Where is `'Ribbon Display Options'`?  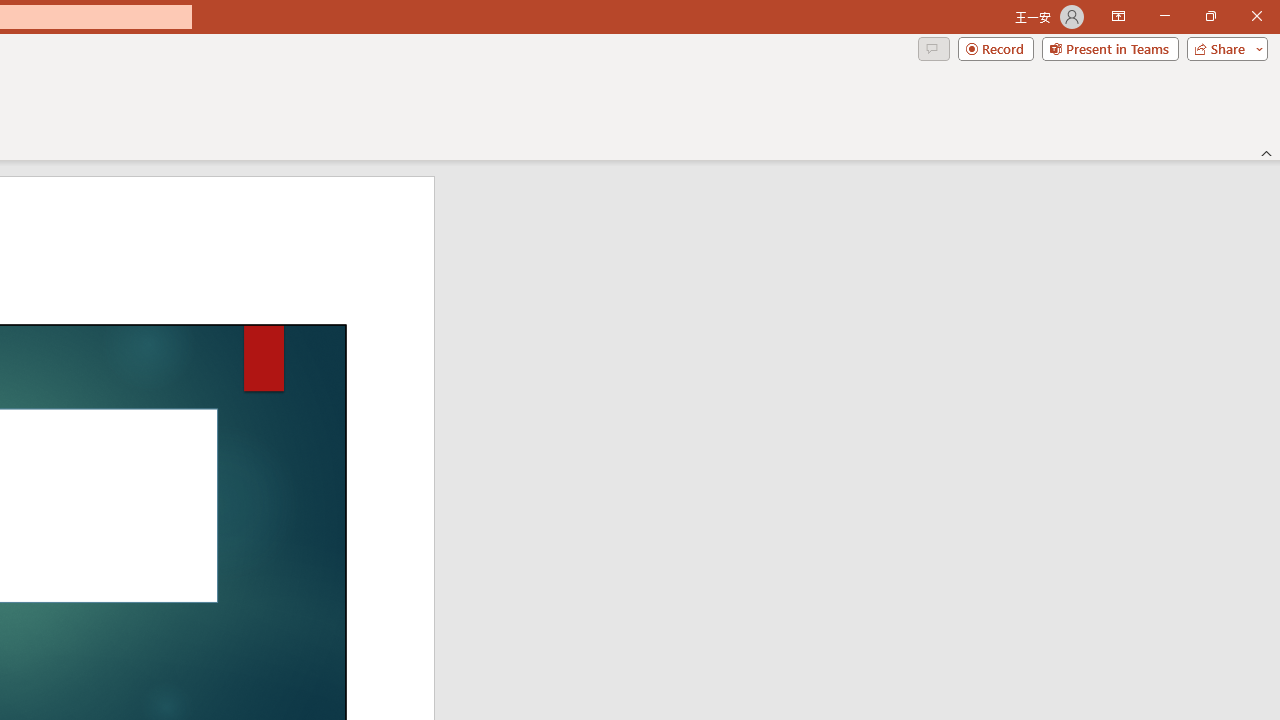
'Ribbon Display Options' is located at coordinates (1117, 16).